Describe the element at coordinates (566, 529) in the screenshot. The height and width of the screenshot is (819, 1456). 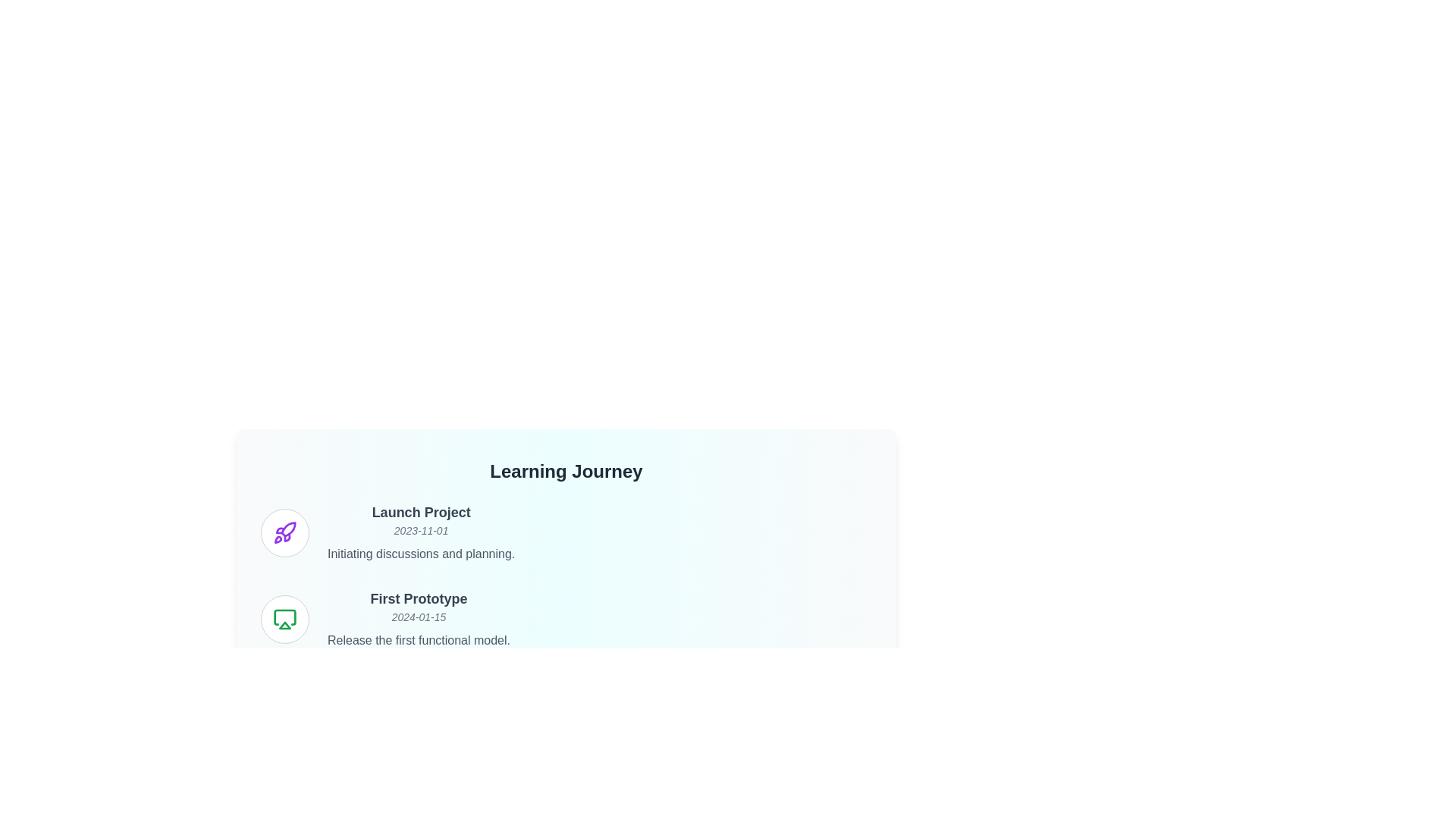
I see `information presented in the centrally positioned Information display panel of the Learning Journey timeline, located towards the lower portion of the viewport` at that location.